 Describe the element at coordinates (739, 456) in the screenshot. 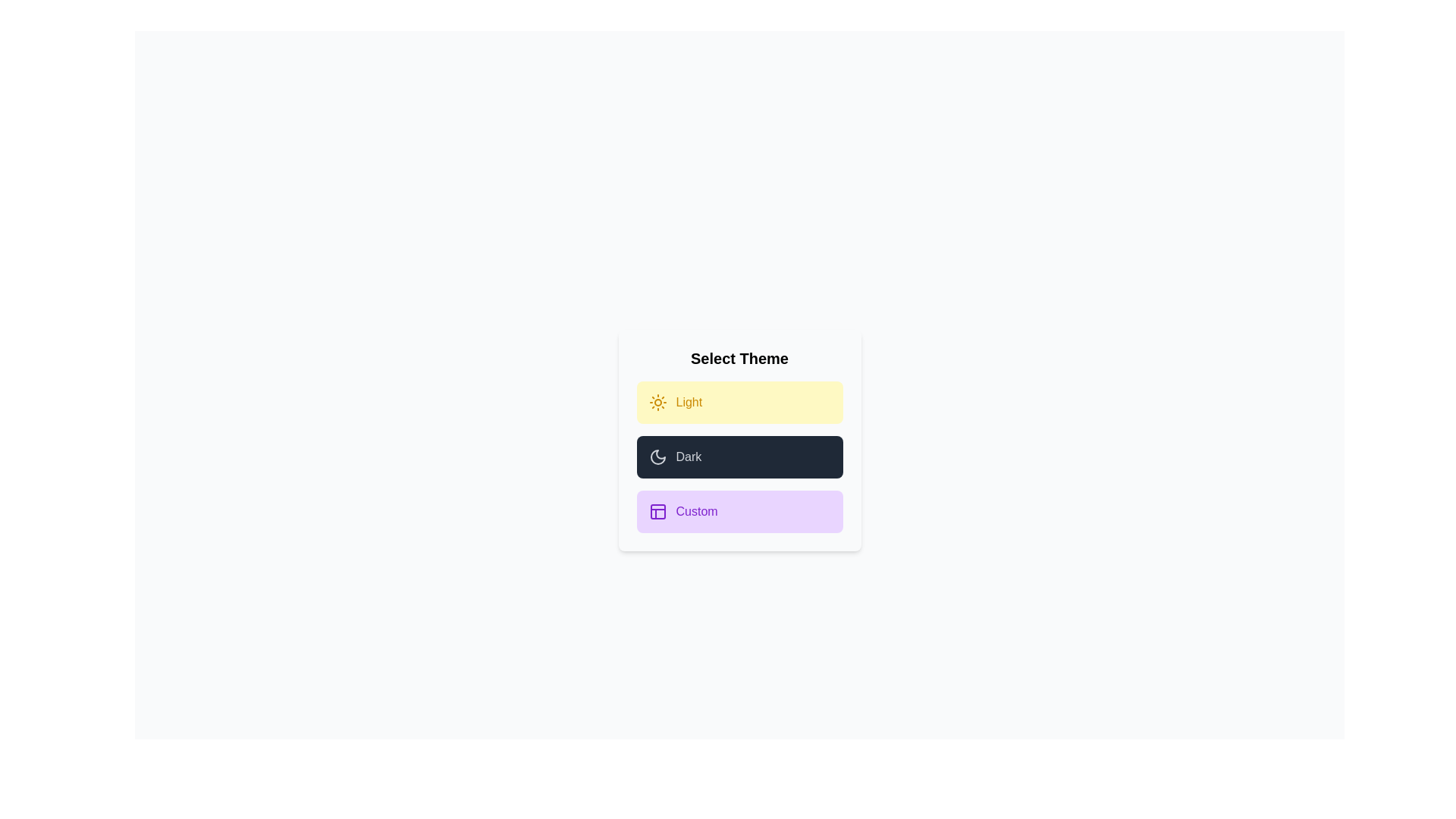

I see `the dark rectangular button labeled 'Dark' with a moon icon, positioned in the 'Select Theme' section for accessibility navigation` at that location.